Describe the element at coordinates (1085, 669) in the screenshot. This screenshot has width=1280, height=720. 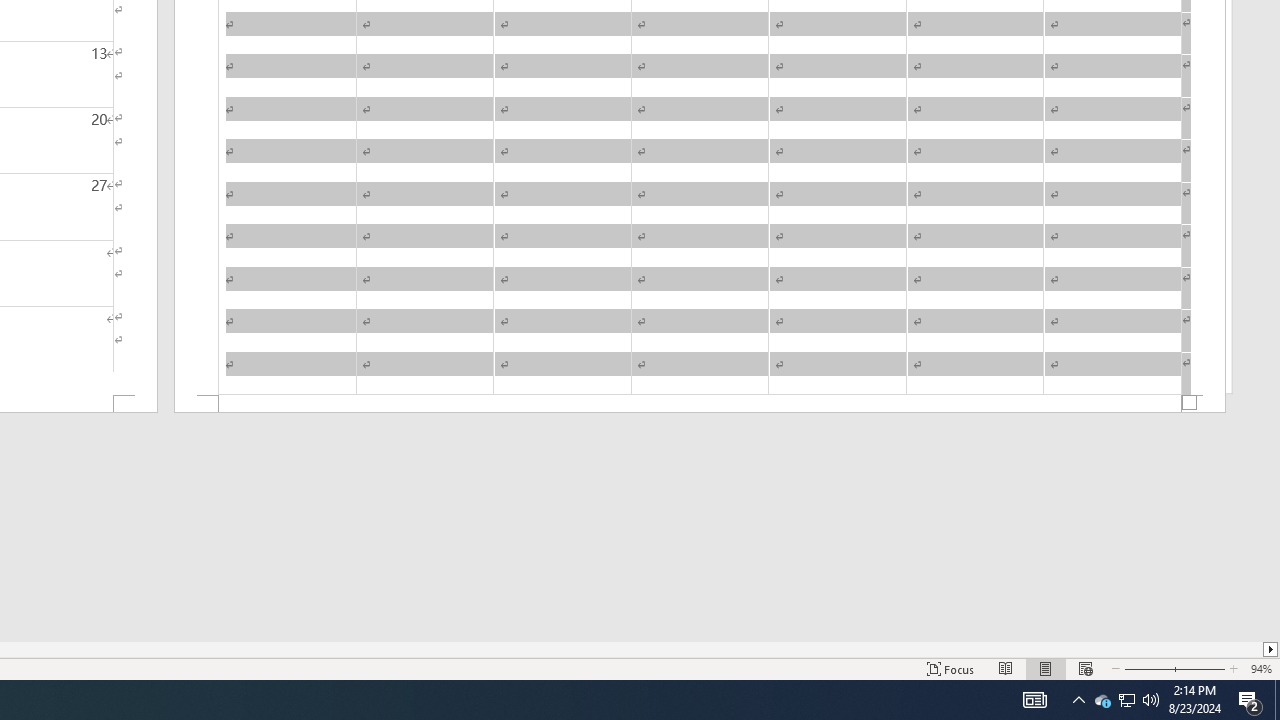
I see `'Web Layout'` at that location.